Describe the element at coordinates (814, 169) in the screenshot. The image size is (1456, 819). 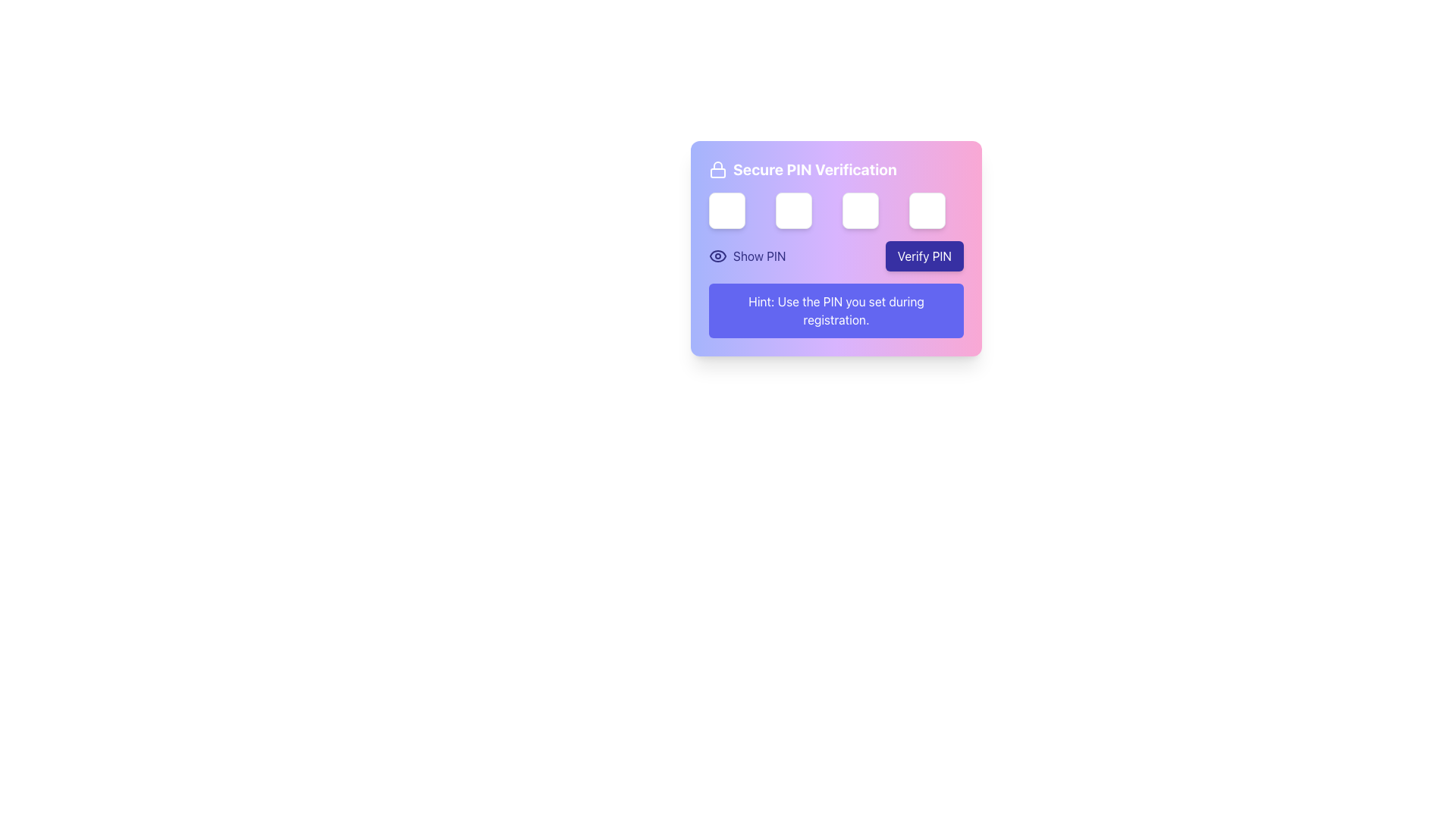
I see `the text label displaying 'Secure PIN Verification' in bold, extra-large white font against a gradient background` at that location.